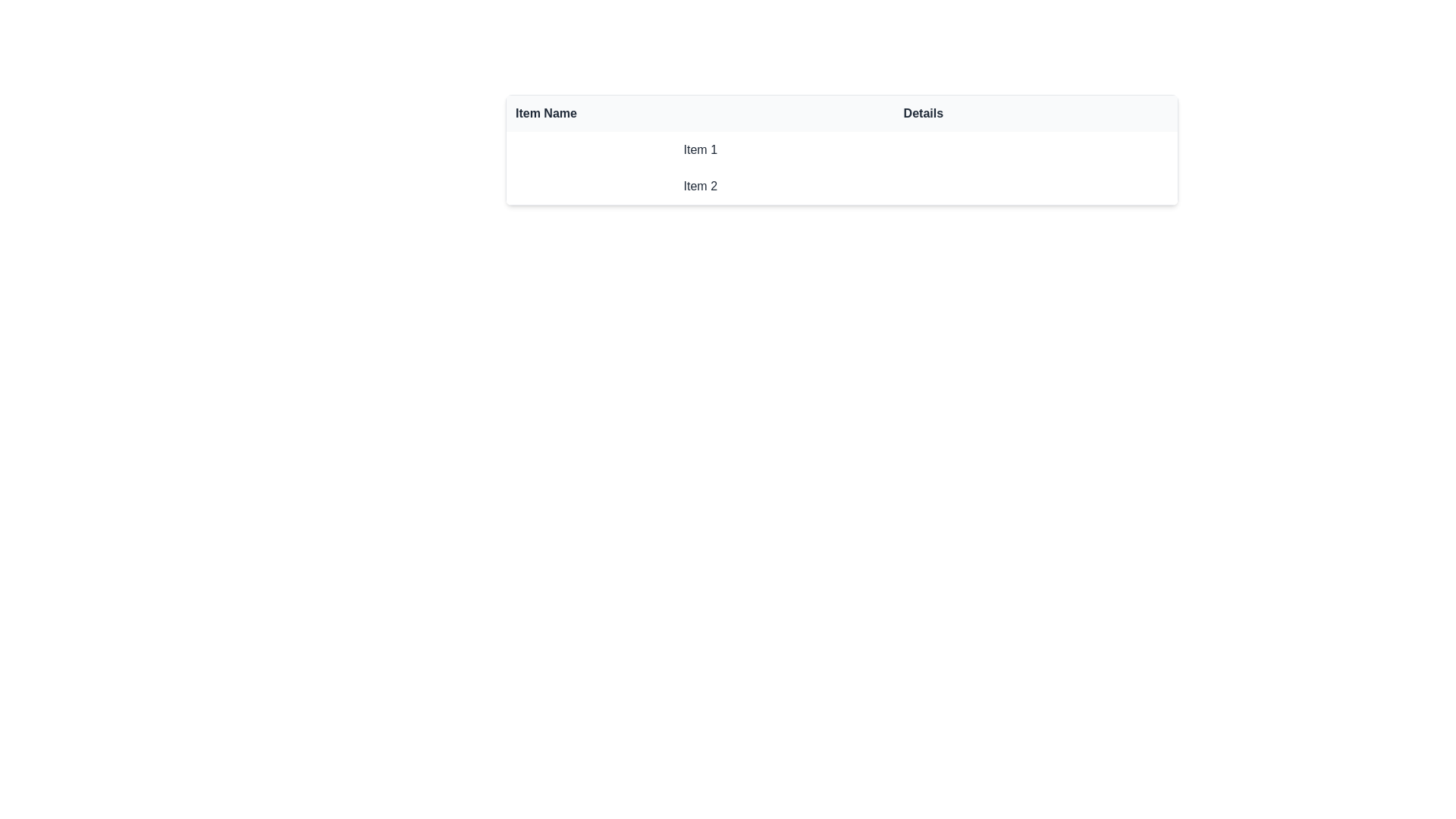 Image resolution: width=1456 pixels, height=819 pixels. Describe the element at coordinates (1035, 186) in the screenshot. I see `the rectangular placeholder located in the 'Details' column of the second row labeled 'Item 2' in the table` at that location.